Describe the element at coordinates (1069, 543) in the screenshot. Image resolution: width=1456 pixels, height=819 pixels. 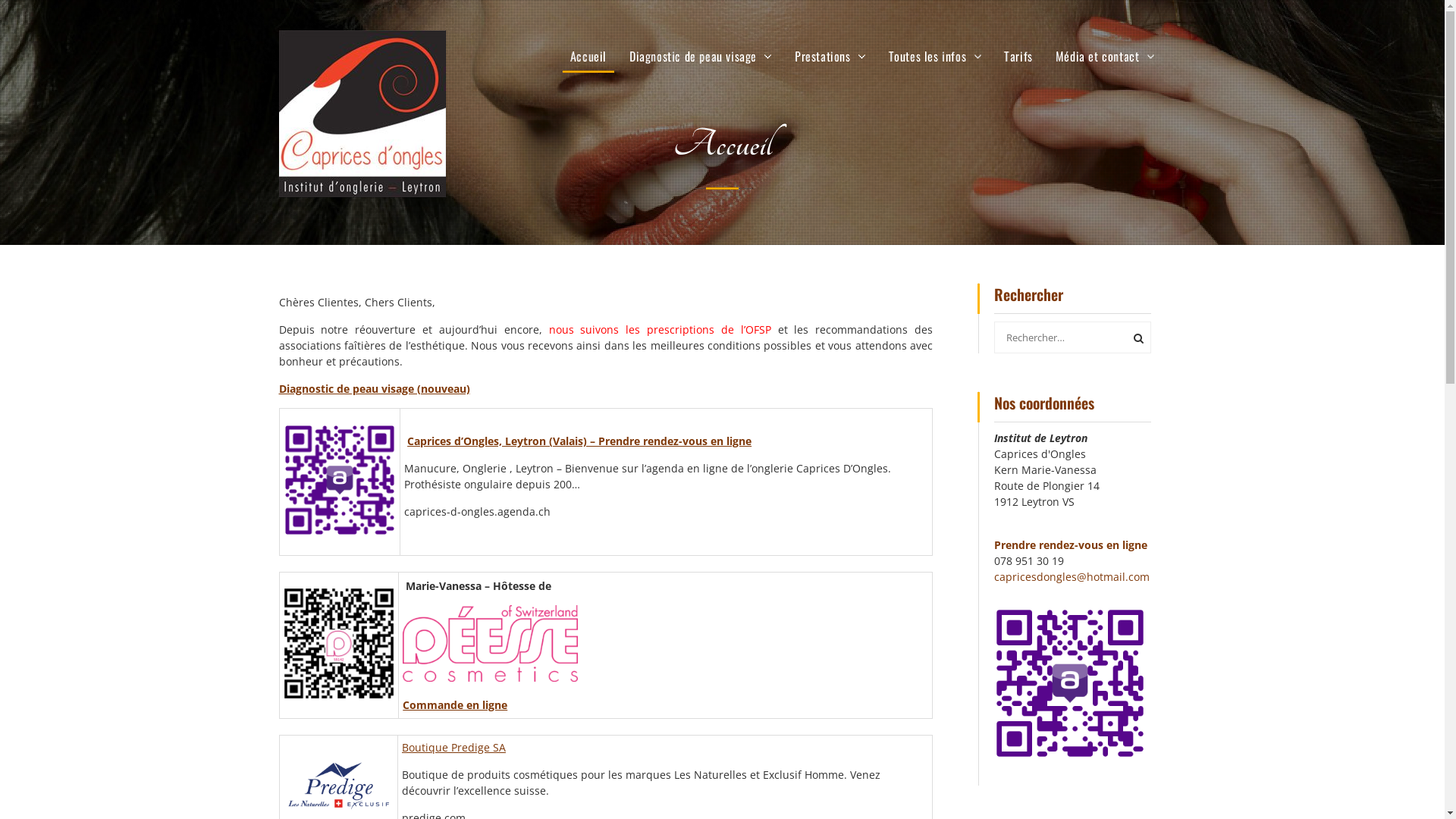
I see `'Prendre rendez-vous en ligne'` at that location.